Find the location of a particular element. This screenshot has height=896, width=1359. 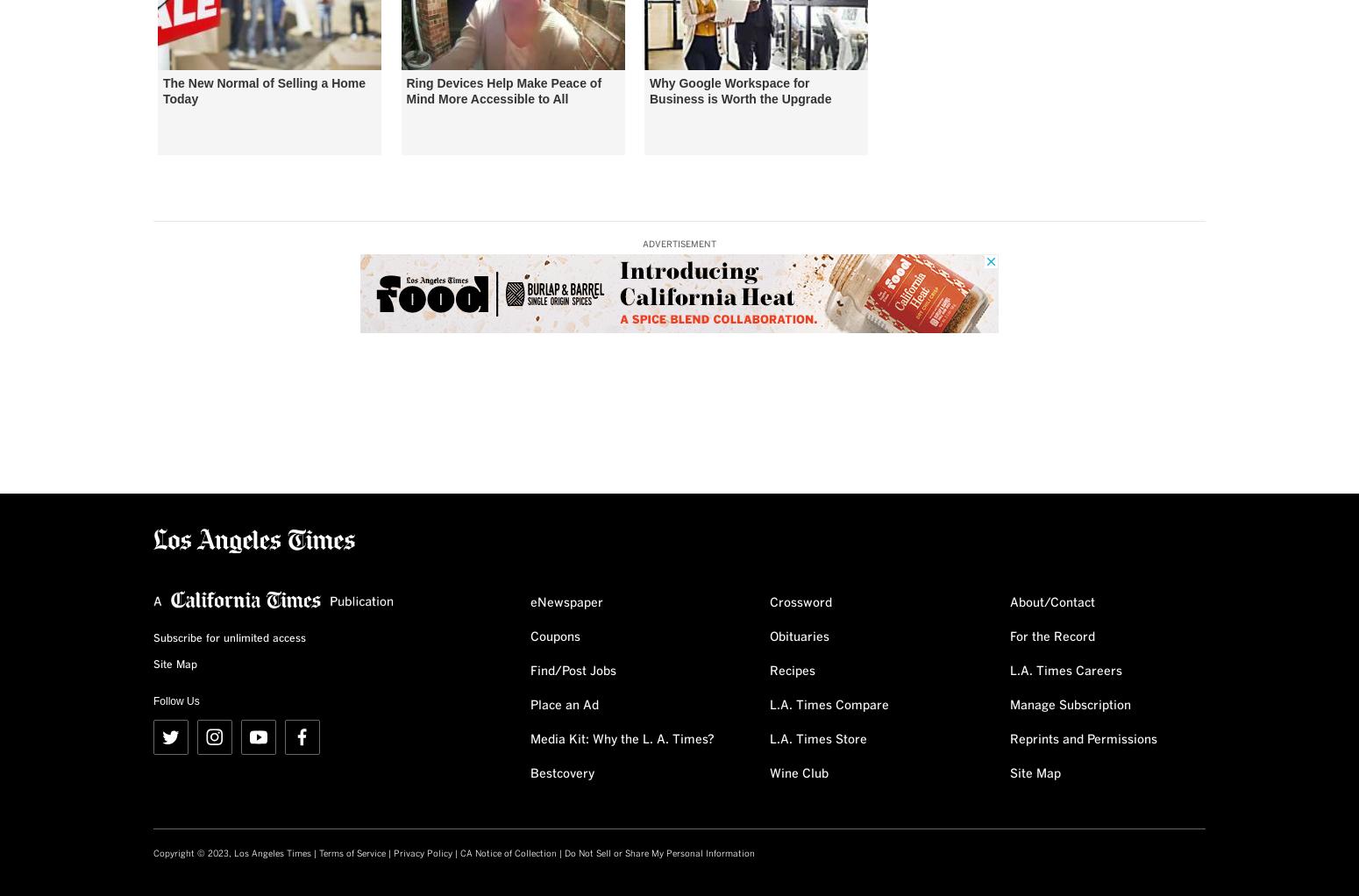

'Why Google Workspace for Business is Worth the Upgrade' is located at coordinates (739, 89).